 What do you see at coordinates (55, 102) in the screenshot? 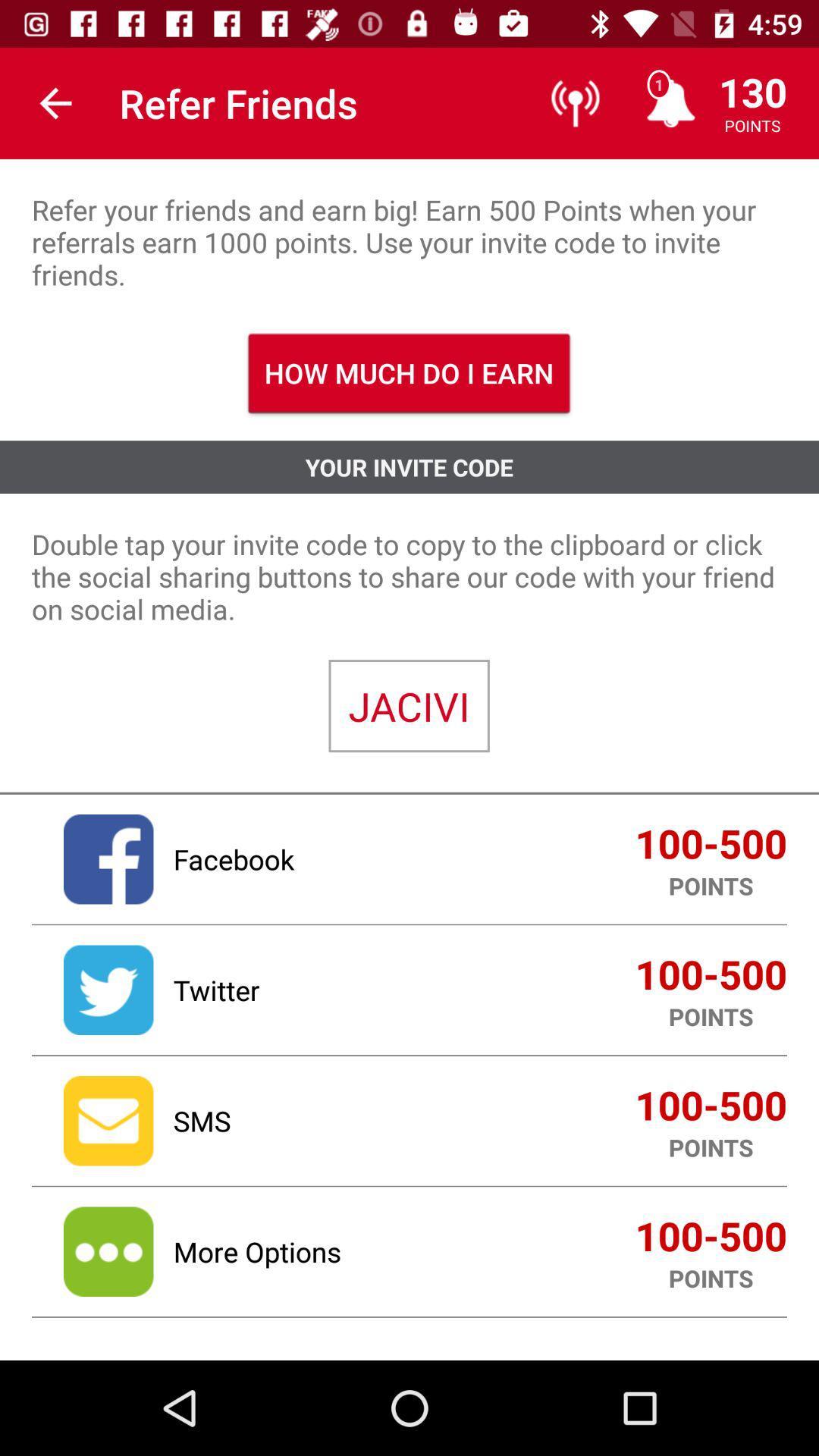
I see `the item next to refer friends icon` at bounding box center [55, 102].